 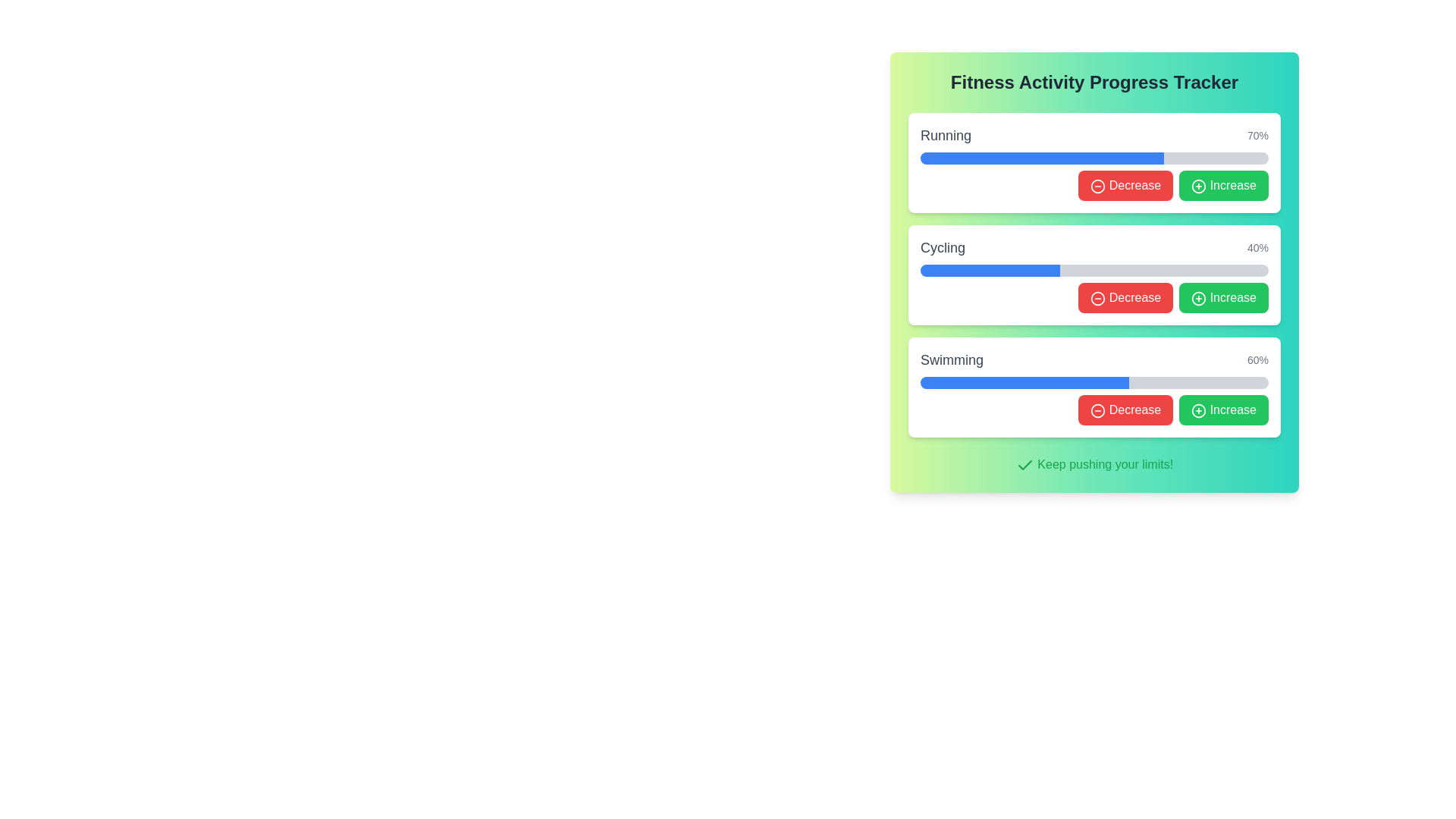 What do you see at coordinates (1224, 409) in the screenshot?
I see `the 'Increase' button for the 'Swimming' activity, which is the second button on the right in the control group at the bottom of the activity trackers` at bounding box center [1224, 409].